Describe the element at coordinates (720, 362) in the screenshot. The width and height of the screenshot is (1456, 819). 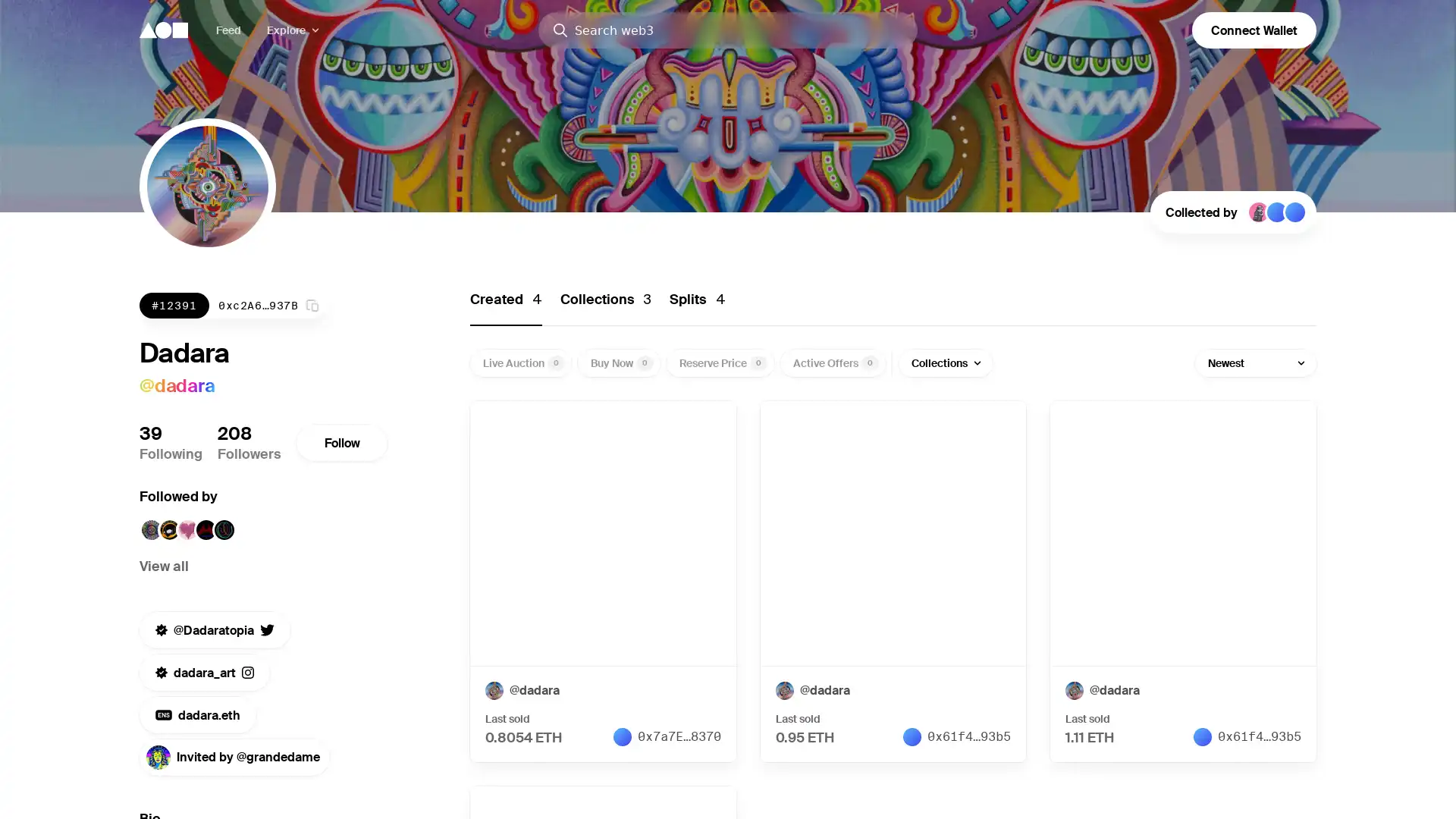
I see `Reserve Price 0` at that location.